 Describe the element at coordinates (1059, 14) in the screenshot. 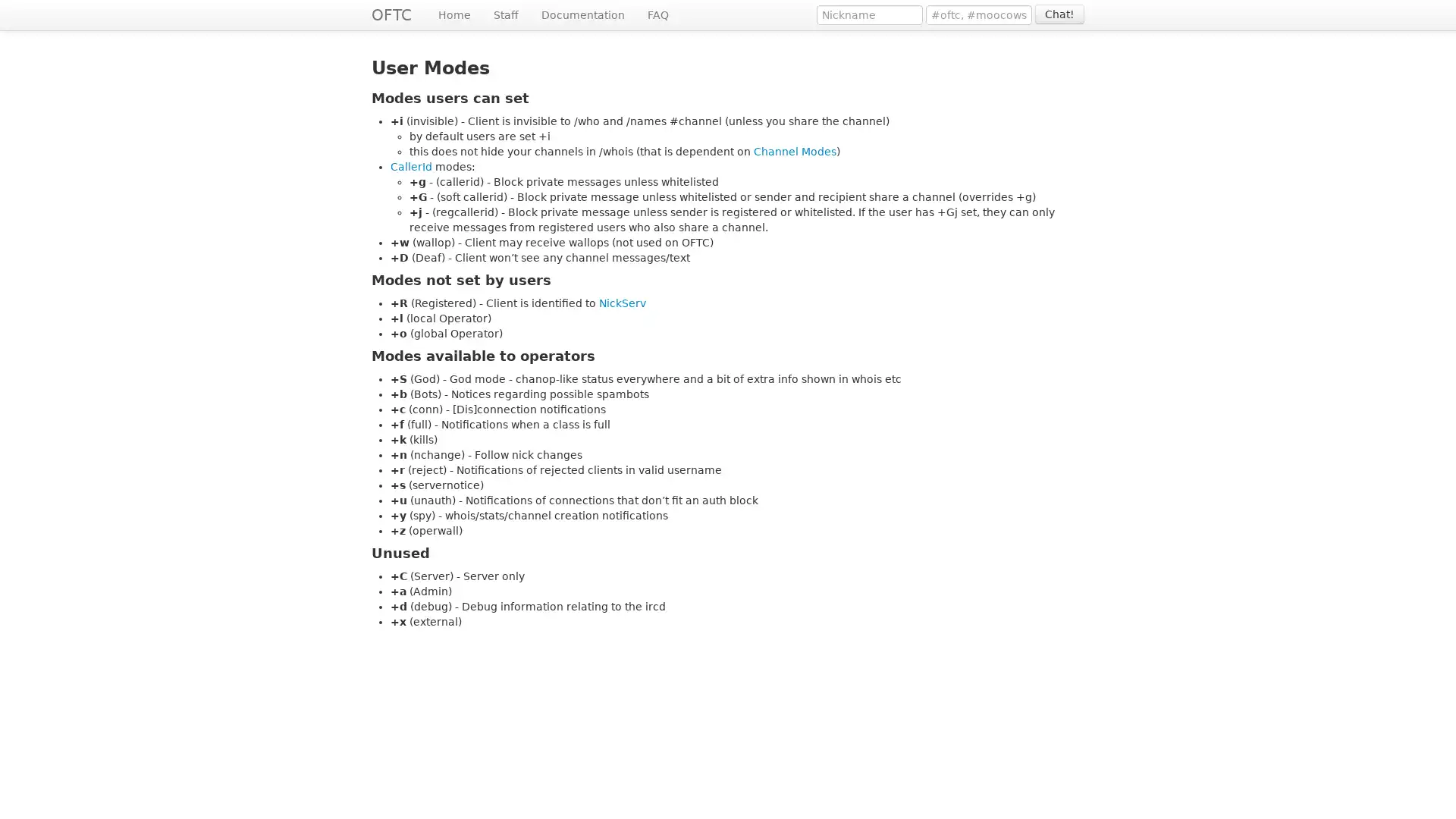

I see `Chat!` at that location.